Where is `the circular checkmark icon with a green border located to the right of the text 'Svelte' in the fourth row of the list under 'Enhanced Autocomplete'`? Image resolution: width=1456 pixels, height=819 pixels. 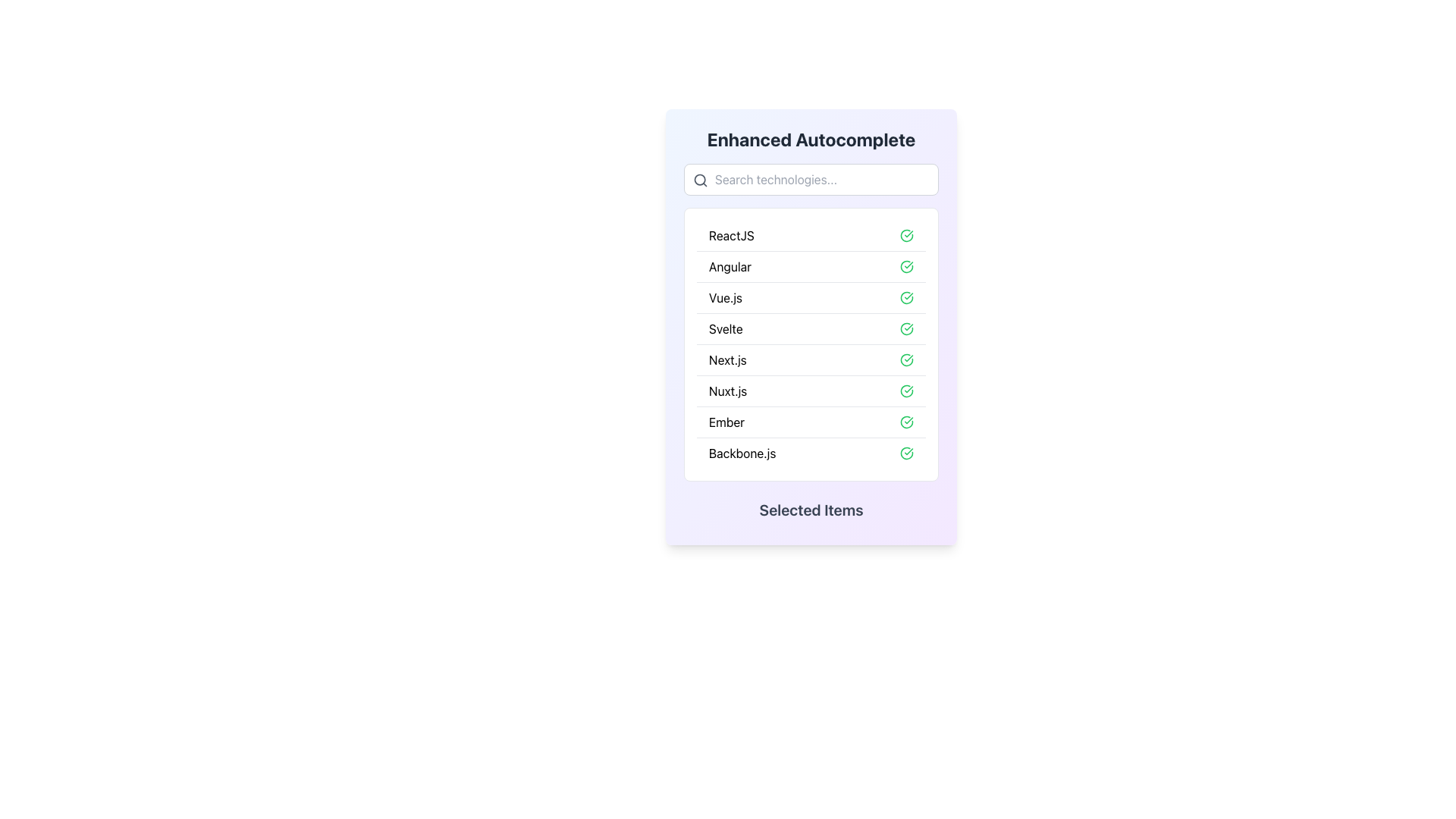
the circular checkmark icon with a green border located to the right of the text 'Svelte' in the fourth row of the list under 'Enhanced Autocomplete' is located at coordinates (906, 328).